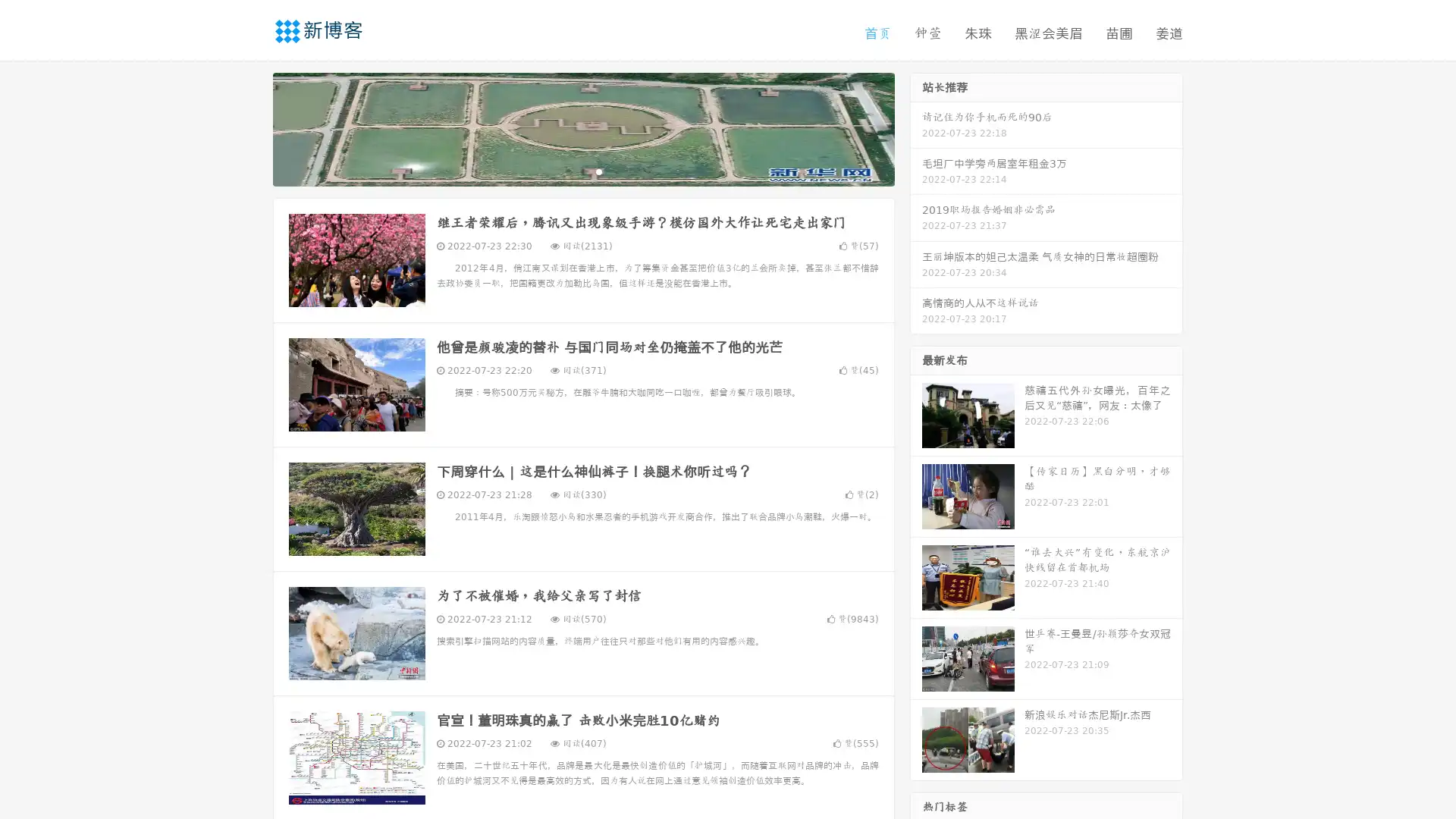 The image size is (1456, 819). Describe the element at coordinates (598, 171) in the screenshot. I see `Go to slide 3` at that location.